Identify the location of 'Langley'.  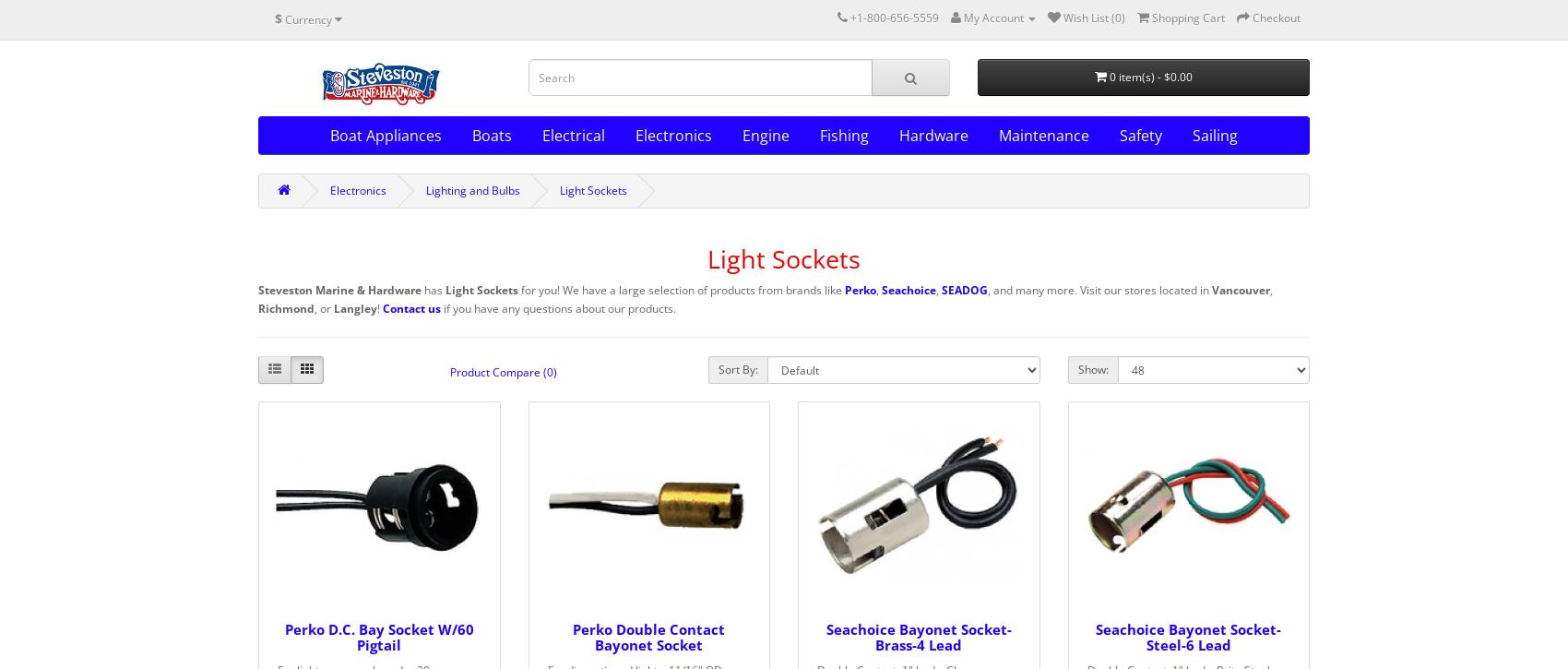
(354, 308).